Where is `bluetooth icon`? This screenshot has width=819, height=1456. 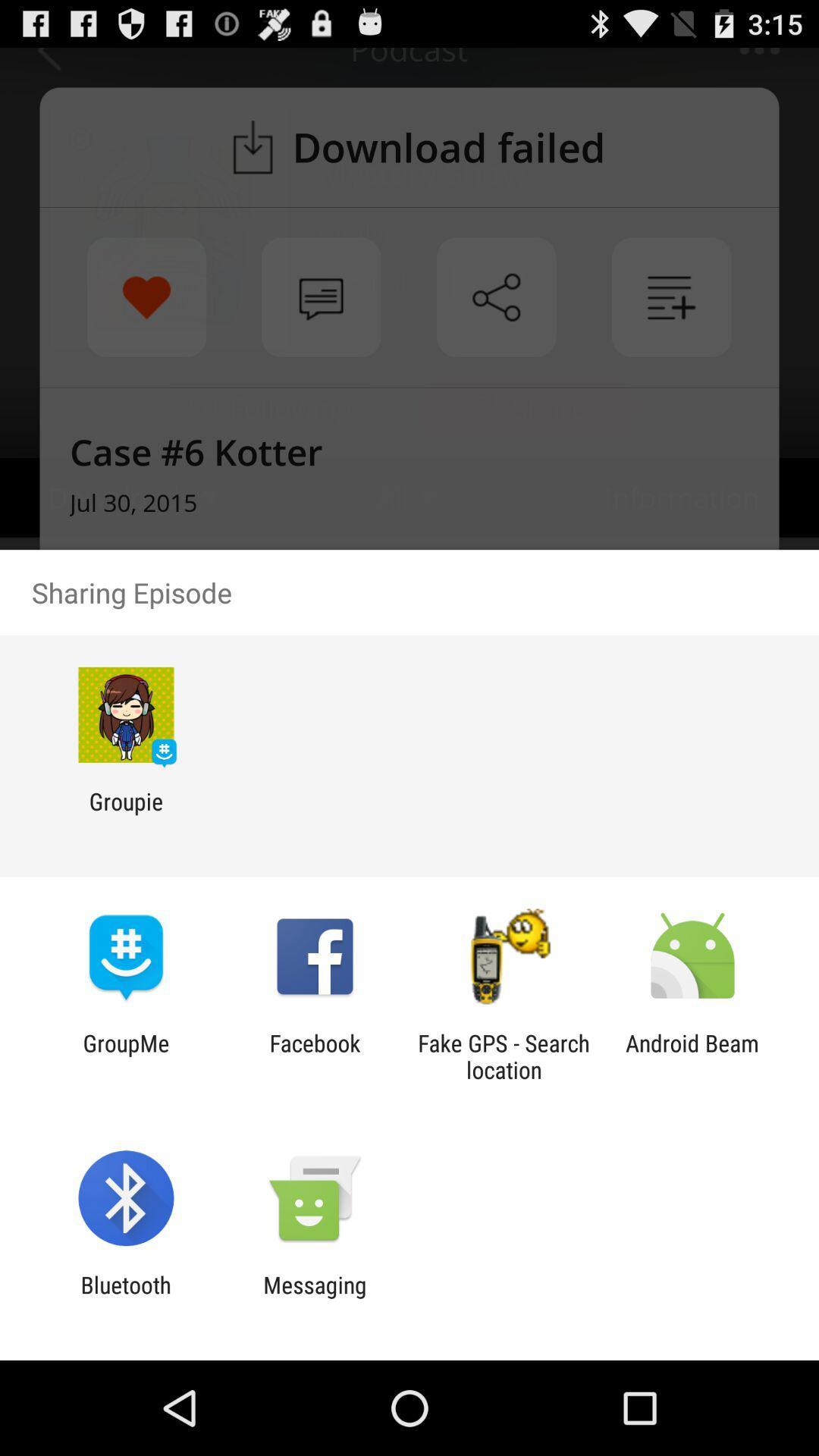 bluetooth icon is located at coordinates (125, 1298).